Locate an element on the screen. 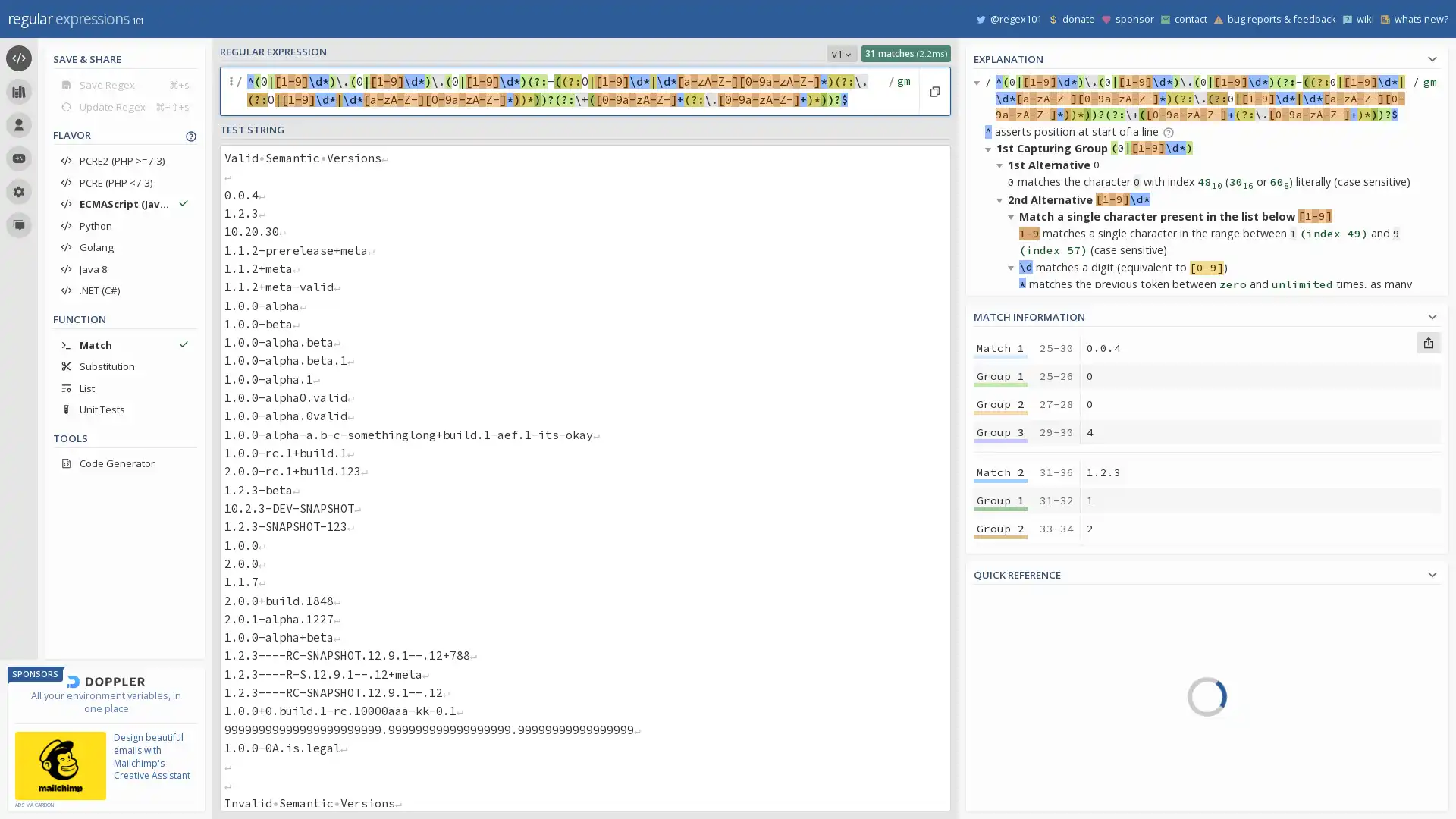  Any non-whitespace character \S is located at coordinates (1282, 773).